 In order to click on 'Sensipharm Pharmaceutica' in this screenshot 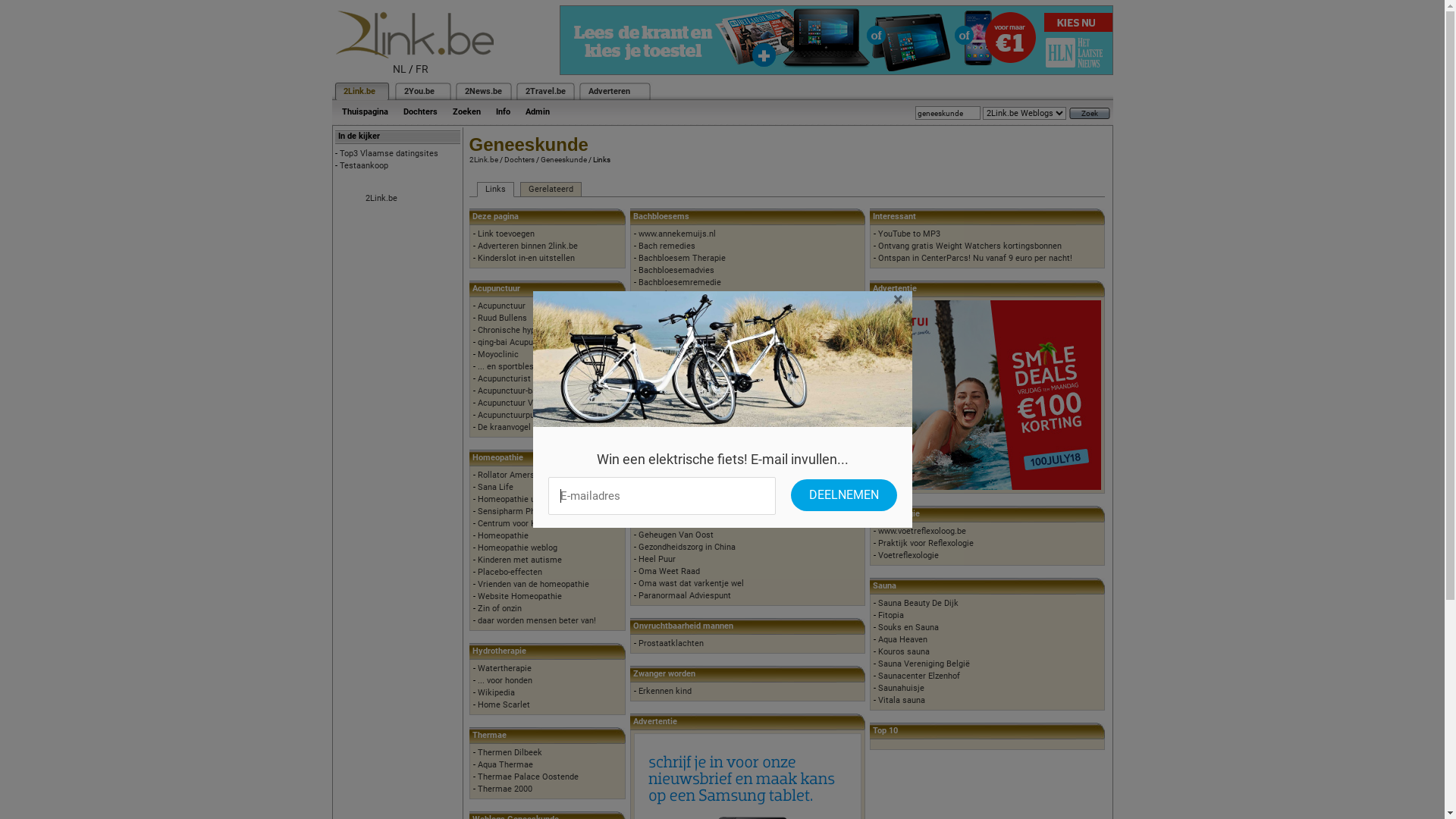, I will do `click(476, 511)`.